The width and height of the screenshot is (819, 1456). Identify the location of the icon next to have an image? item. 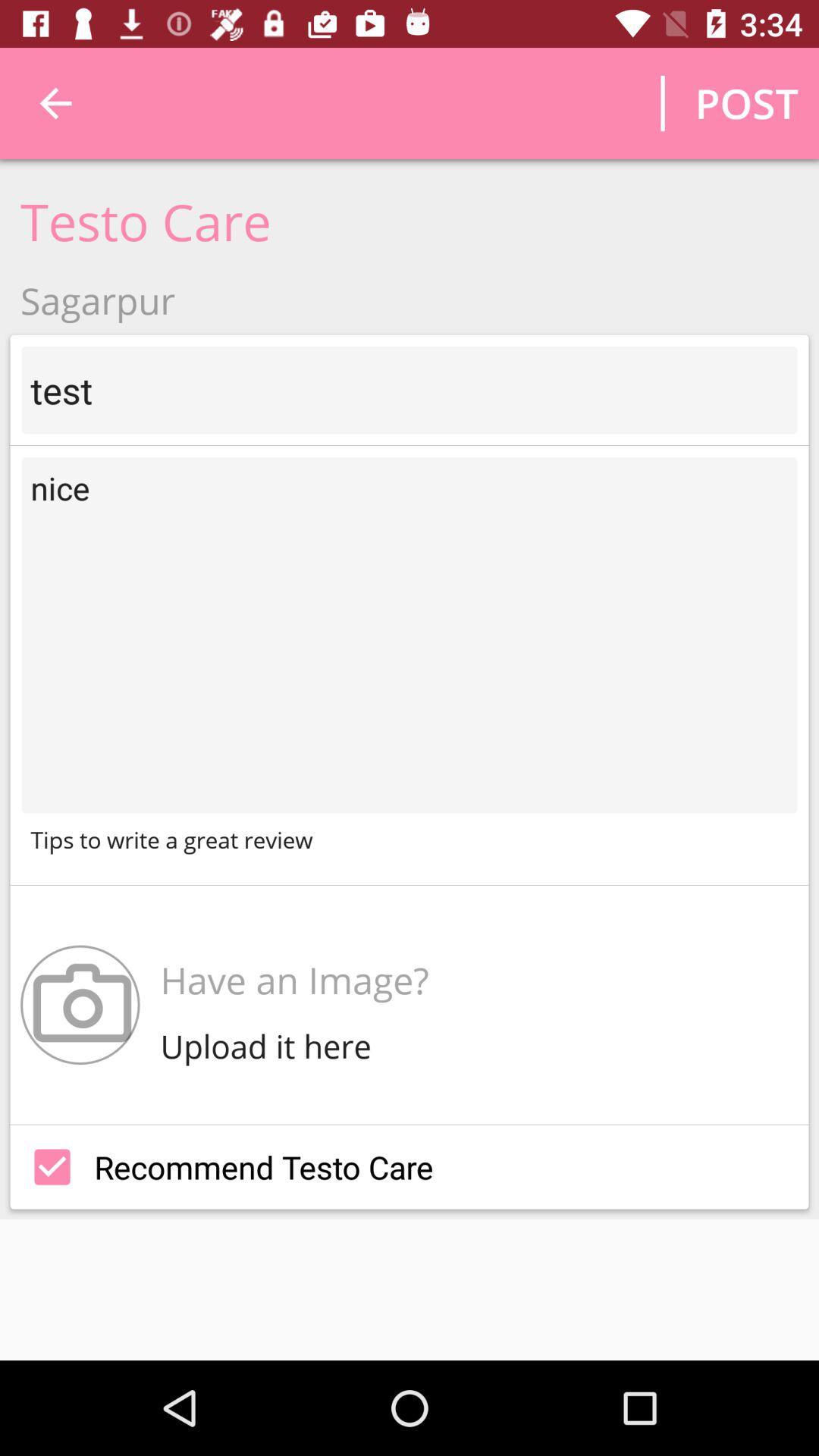
(80, 1005).